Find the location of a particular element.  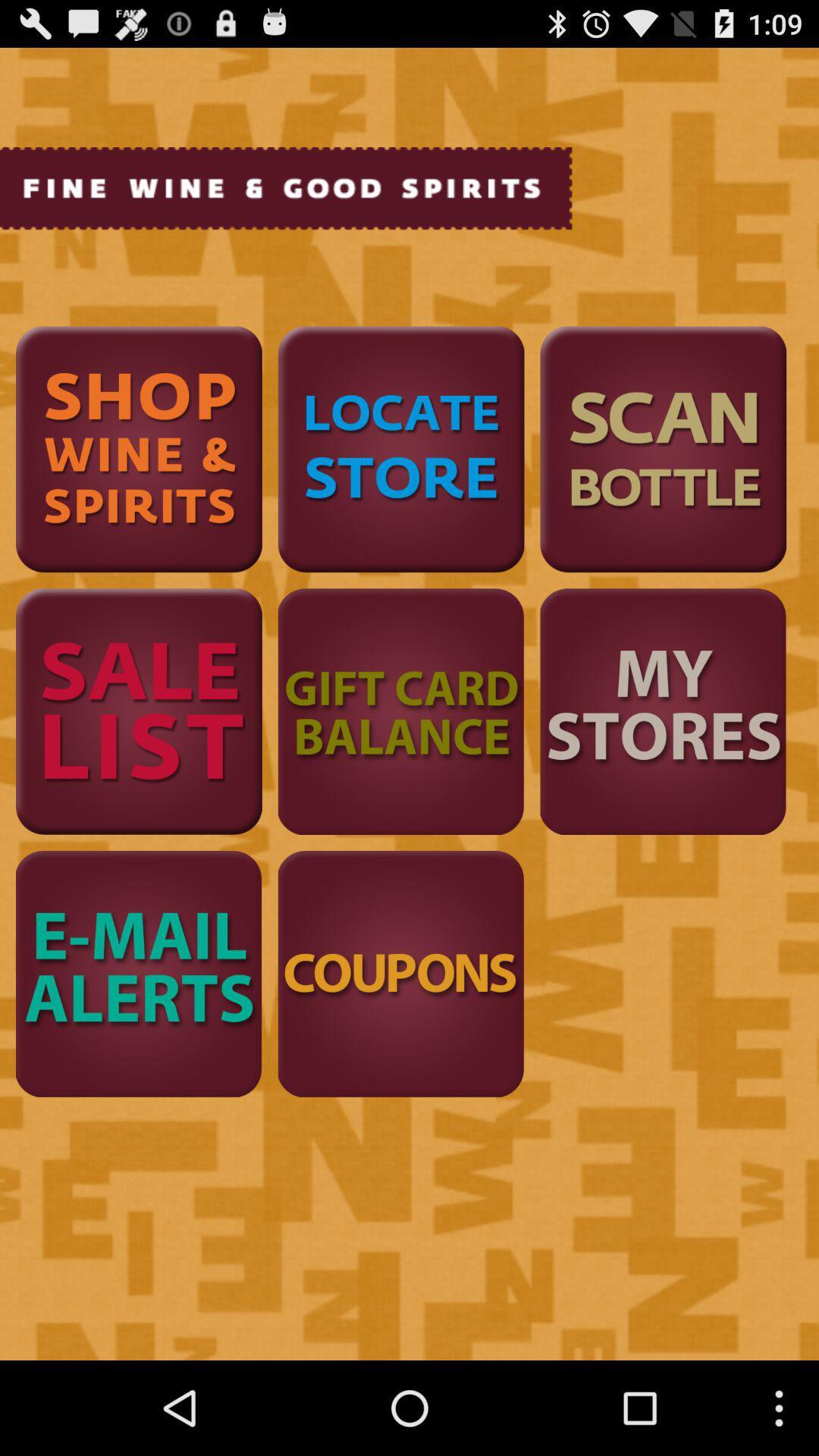

locate store option is located at coordinates (400, 448).